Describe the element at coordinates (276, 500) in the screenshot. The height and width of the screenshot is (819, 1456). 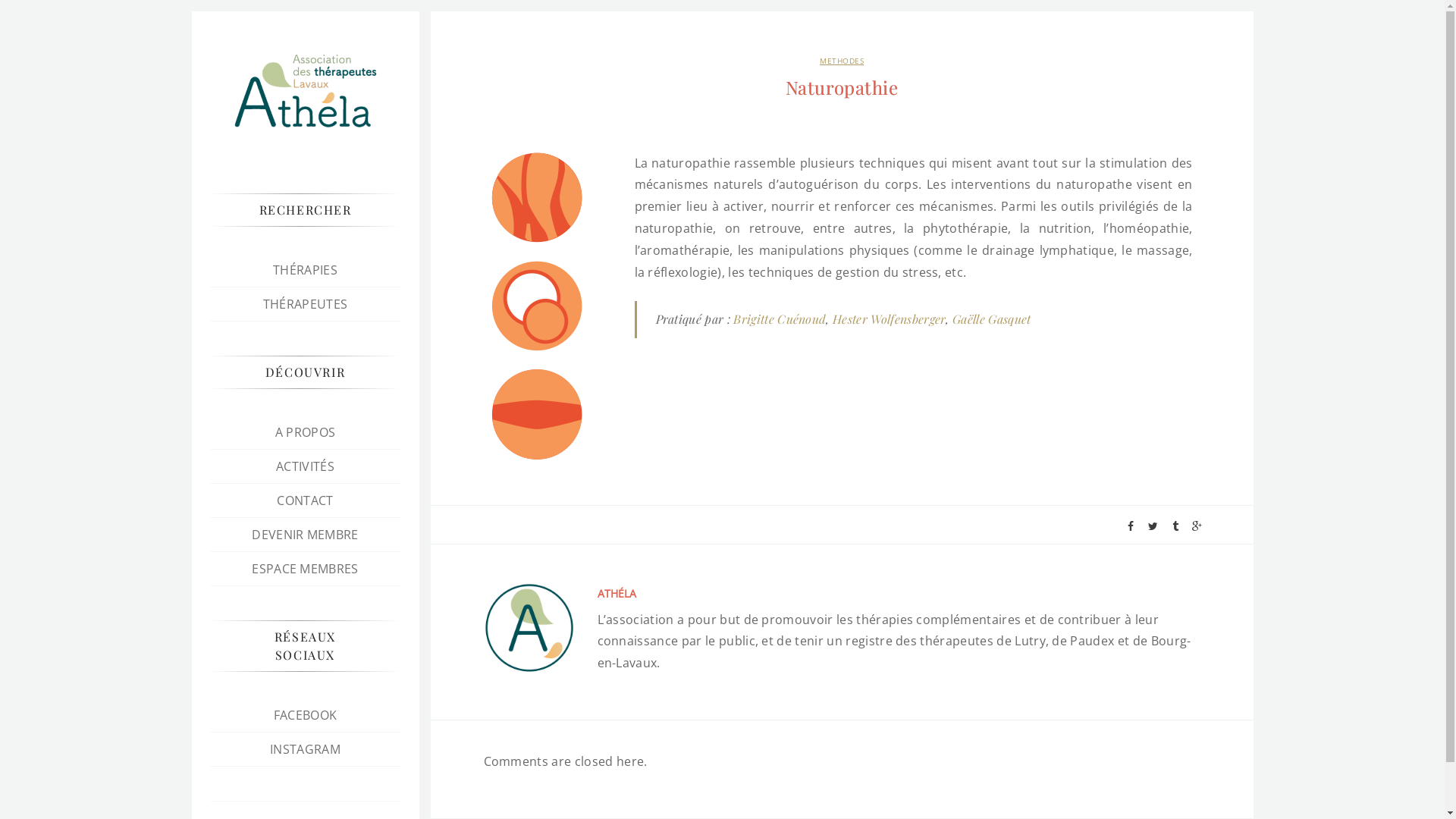
I see `'CONTACT'` at that location.